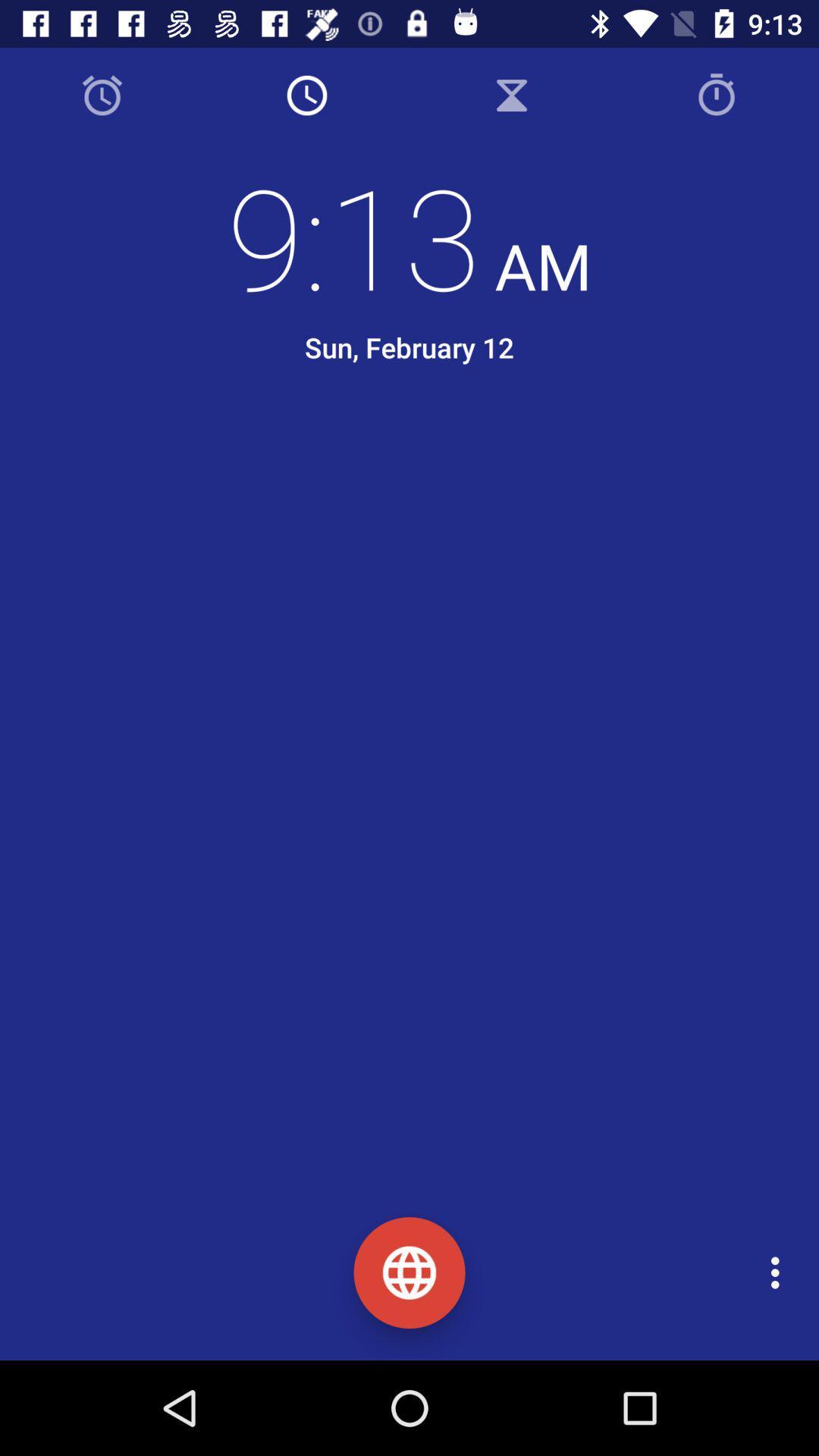  What do you see at coordinates (409, 347) in the screenshot?
I see `the sun, february 12 item` at bounding box center [409, 347].